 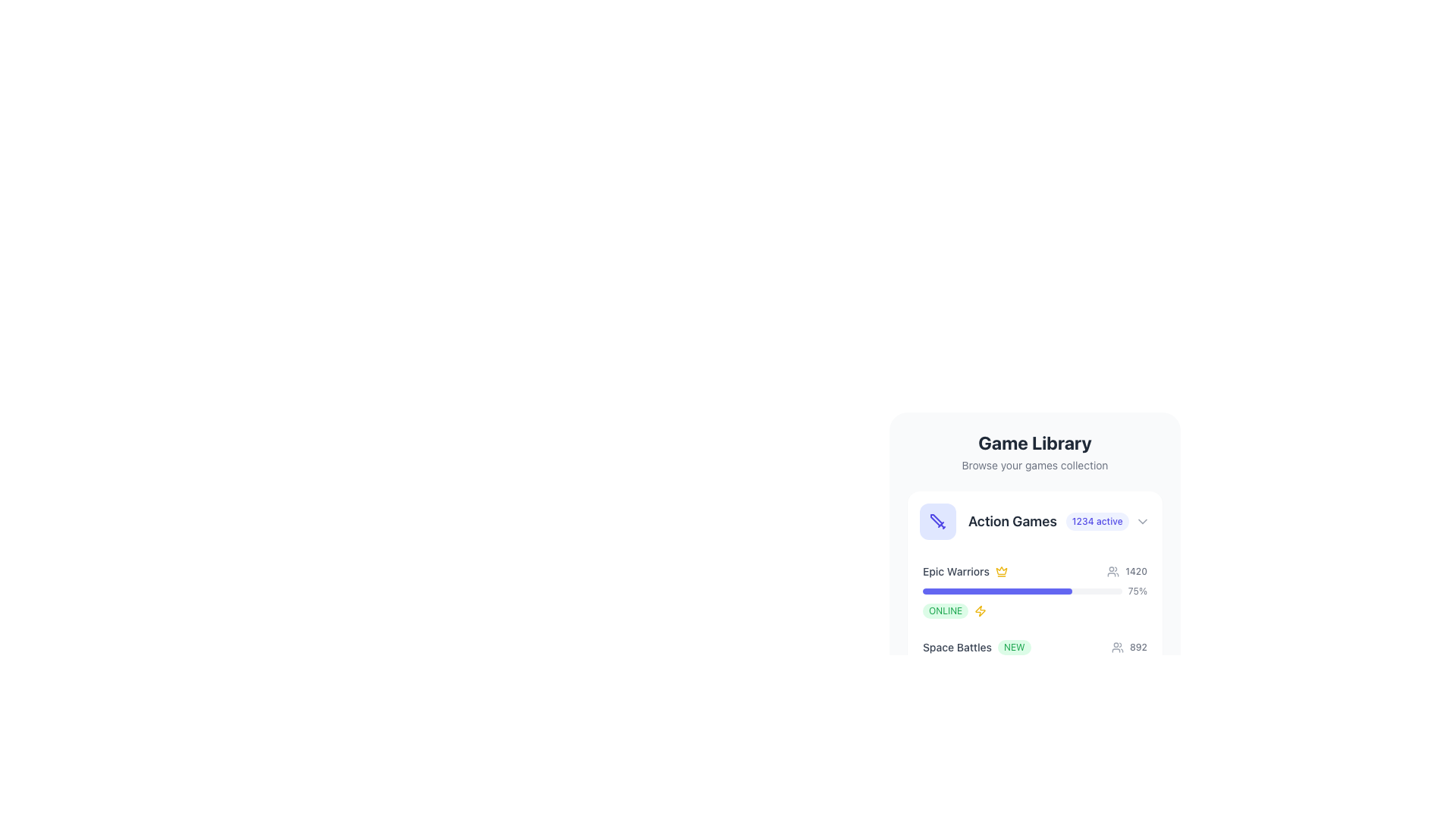 I want to click on 'NEW' label with a green background indicating new status, located to the right of 'Space Battles' in the 'Action Games' section, so click(x=1014, y=647).